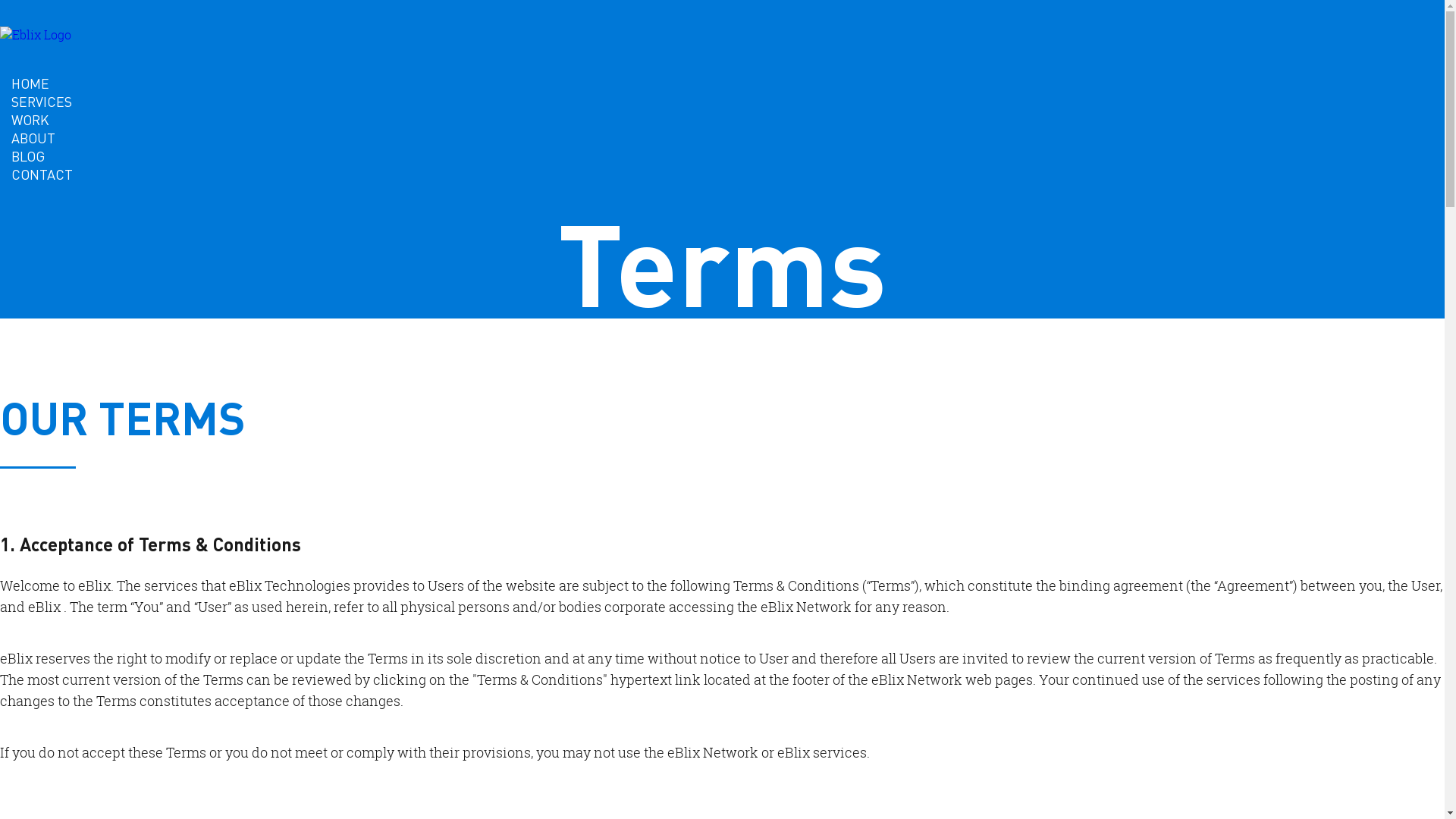  Describe the element at coordinates (41, 101) in the screenshot. I see `'SERVICES'` at that location.